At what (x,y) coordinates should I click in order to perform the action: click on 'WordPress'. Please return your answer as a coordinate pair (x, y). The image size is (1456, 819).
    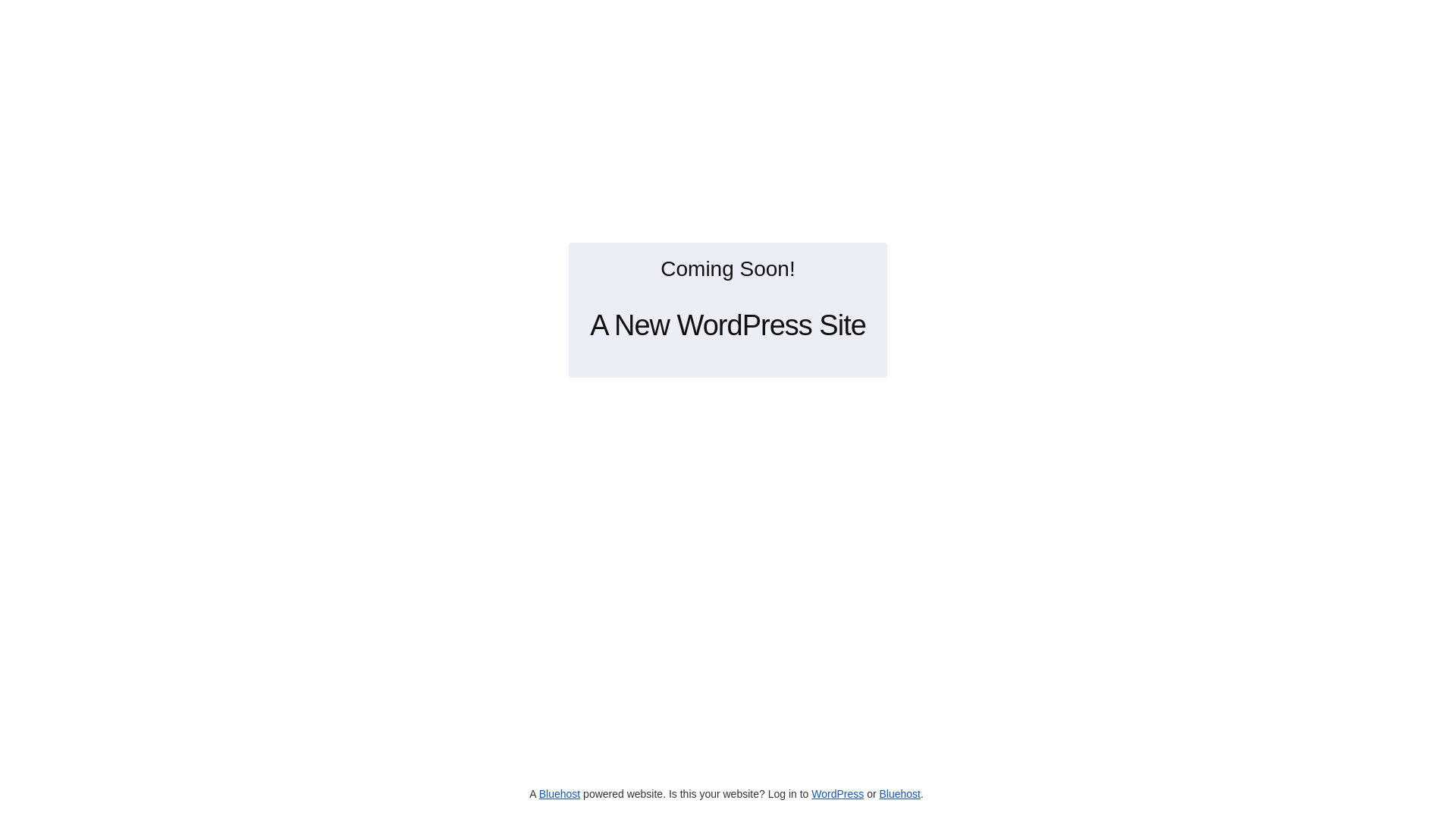
    Looking at the image, I should click on (836, 792).